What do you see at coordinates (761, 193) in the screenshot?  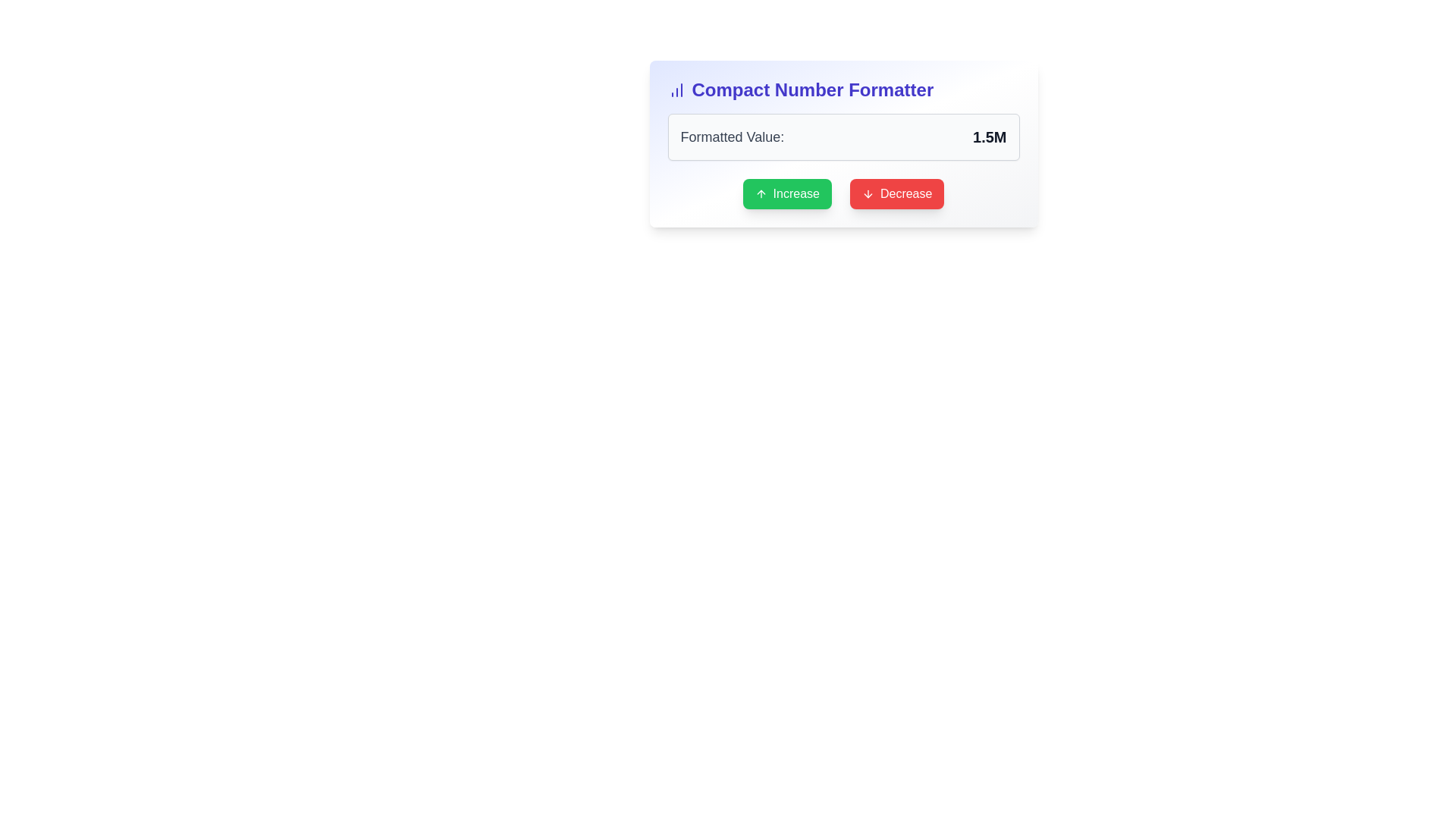 I see `the increase icon located to the left of the green 'Increase' button in the control panel interface` at bounding box center [761, 193].